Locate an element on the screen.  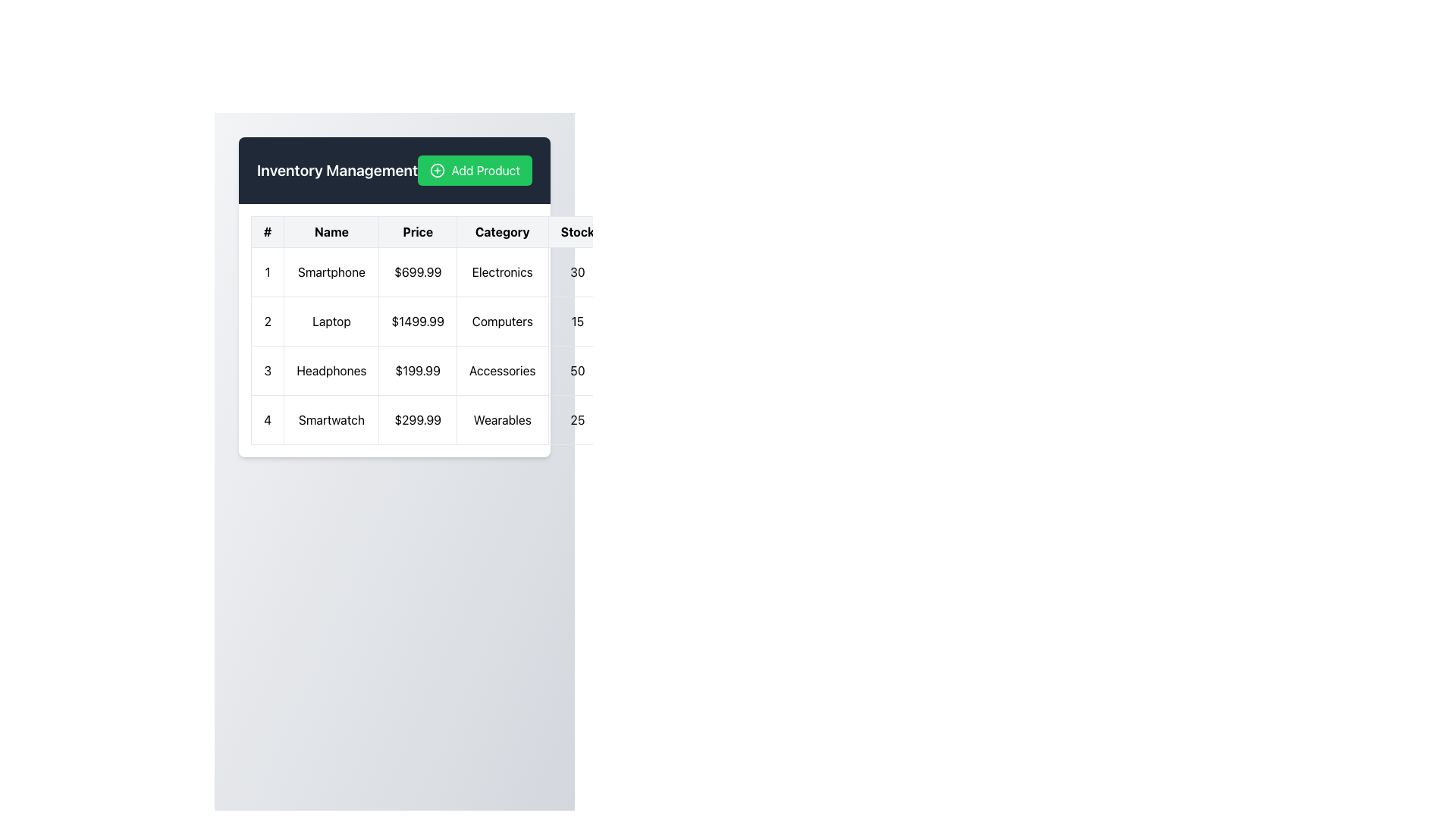
the 'Computers' text label located in the 'Category' column of the second row in the table, which is styled in a sans-serif font is located at coordinates (502, 321).